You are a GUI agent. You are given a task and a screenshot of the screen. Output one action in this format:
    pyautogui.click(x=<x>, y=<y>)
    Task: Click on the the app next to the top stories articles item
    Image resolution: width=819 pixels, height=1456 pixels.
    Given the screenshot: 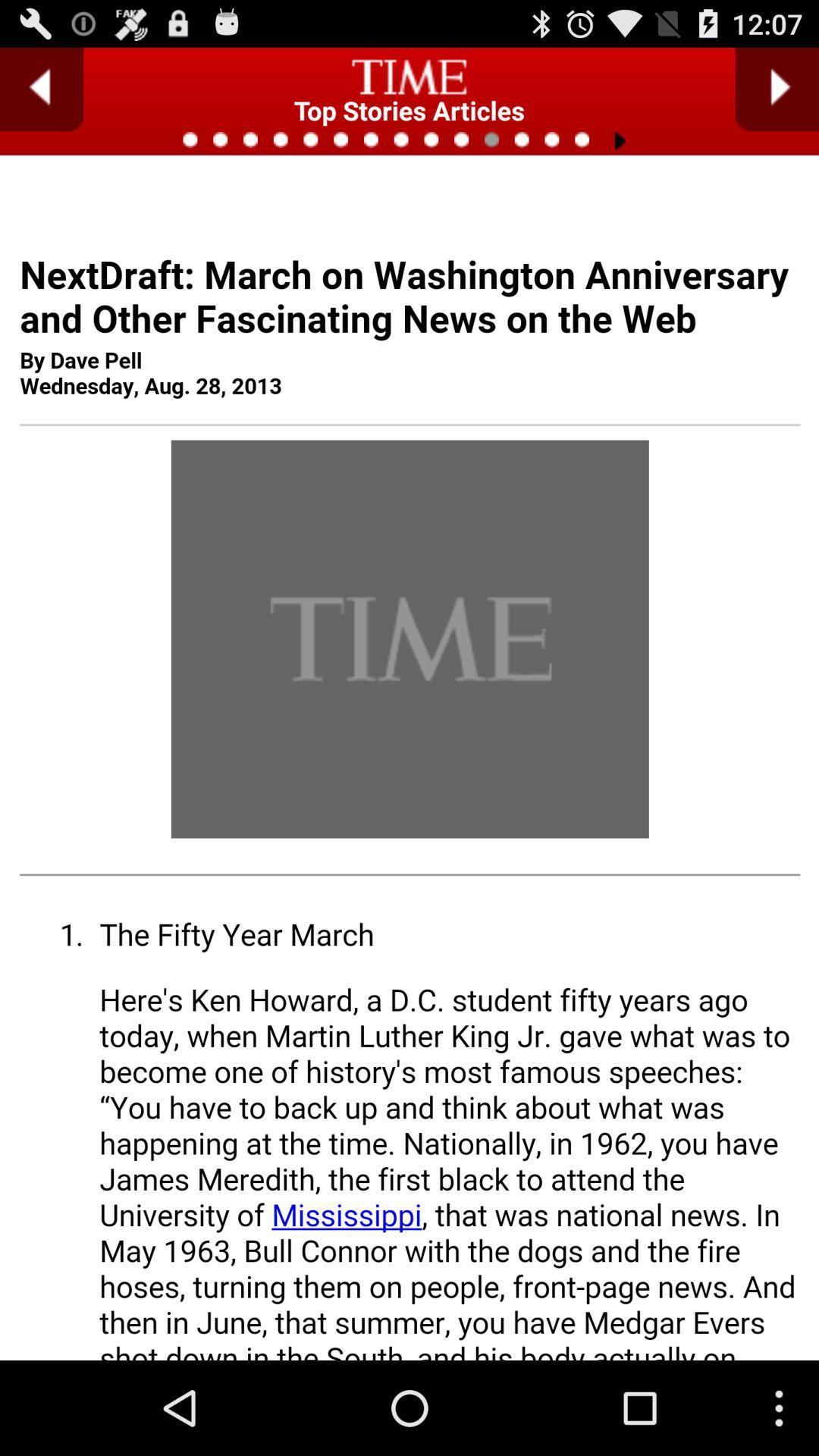 What is the action you would take?
    pyautogui.click(x=41, y=89)
    